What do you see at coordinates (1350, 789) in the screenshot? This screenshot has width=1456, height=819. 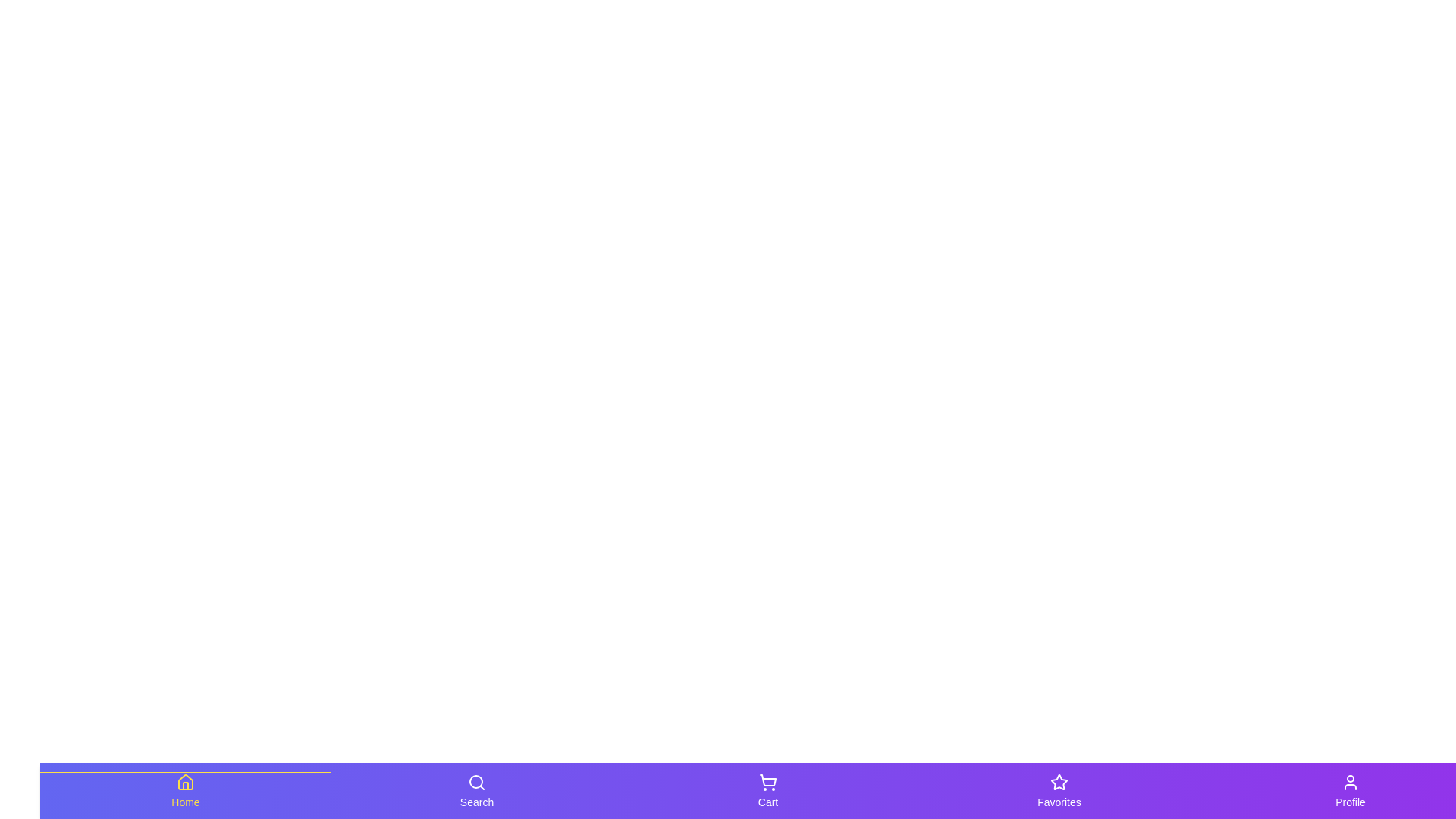 I see `the tab labeled Profile` at bounding box center [1350, 789].